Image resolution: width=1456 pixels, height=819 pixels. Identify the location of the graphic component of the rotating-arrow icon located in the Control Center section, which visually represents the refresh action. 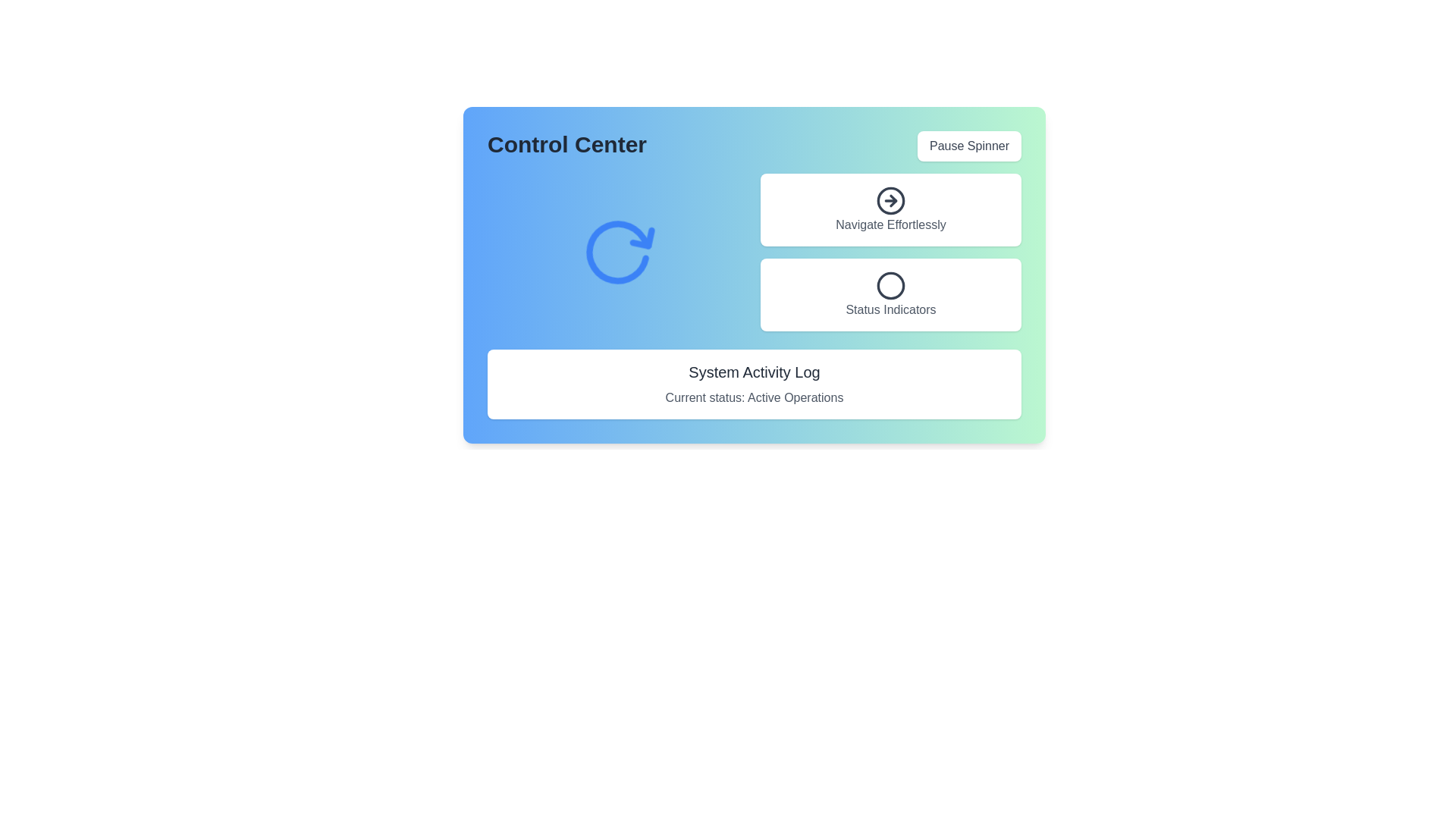
(607, 279).